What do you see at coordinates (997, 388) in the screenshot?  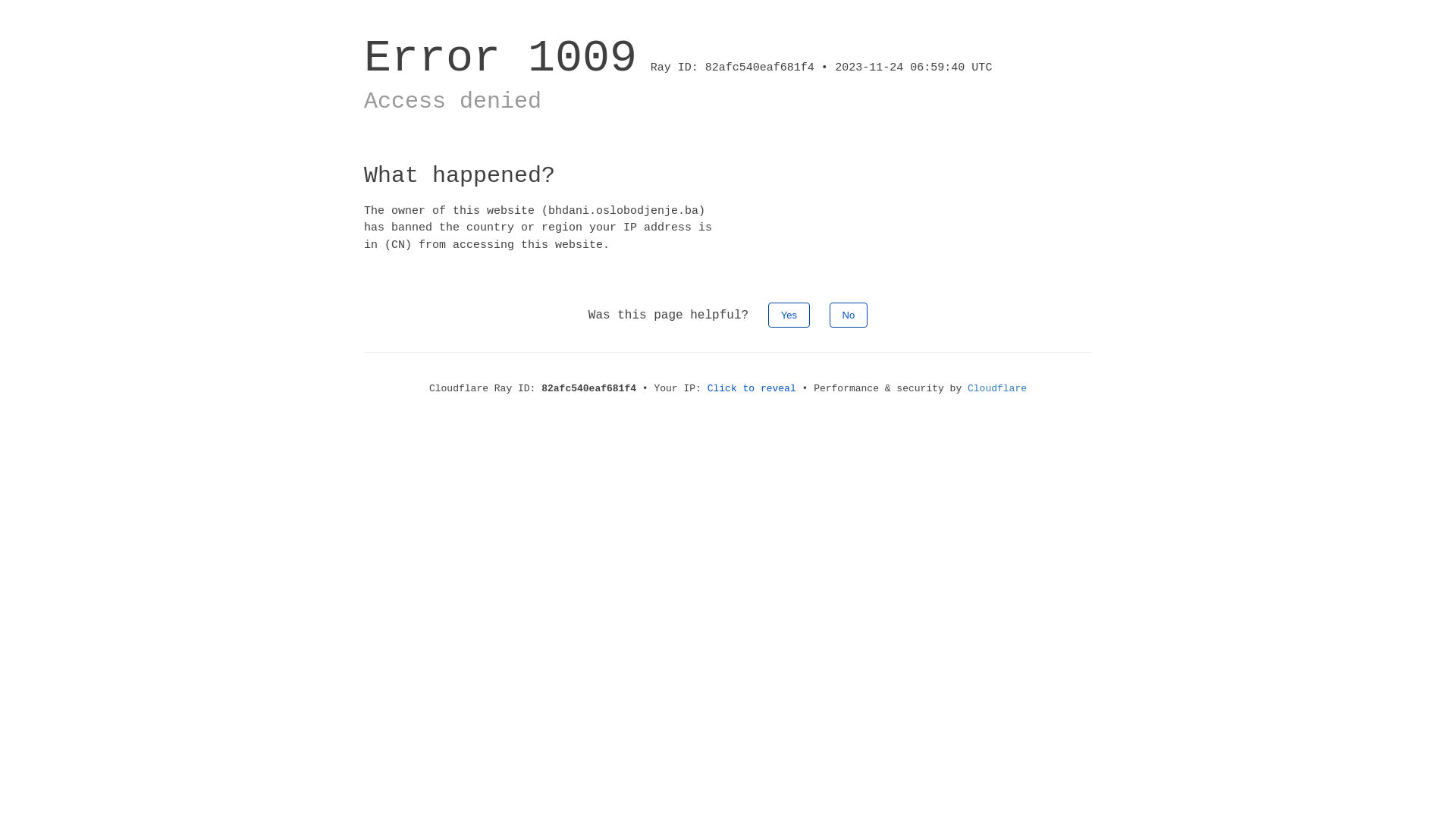 I see `'Cloudflare'` at bounding box center [997, 388].